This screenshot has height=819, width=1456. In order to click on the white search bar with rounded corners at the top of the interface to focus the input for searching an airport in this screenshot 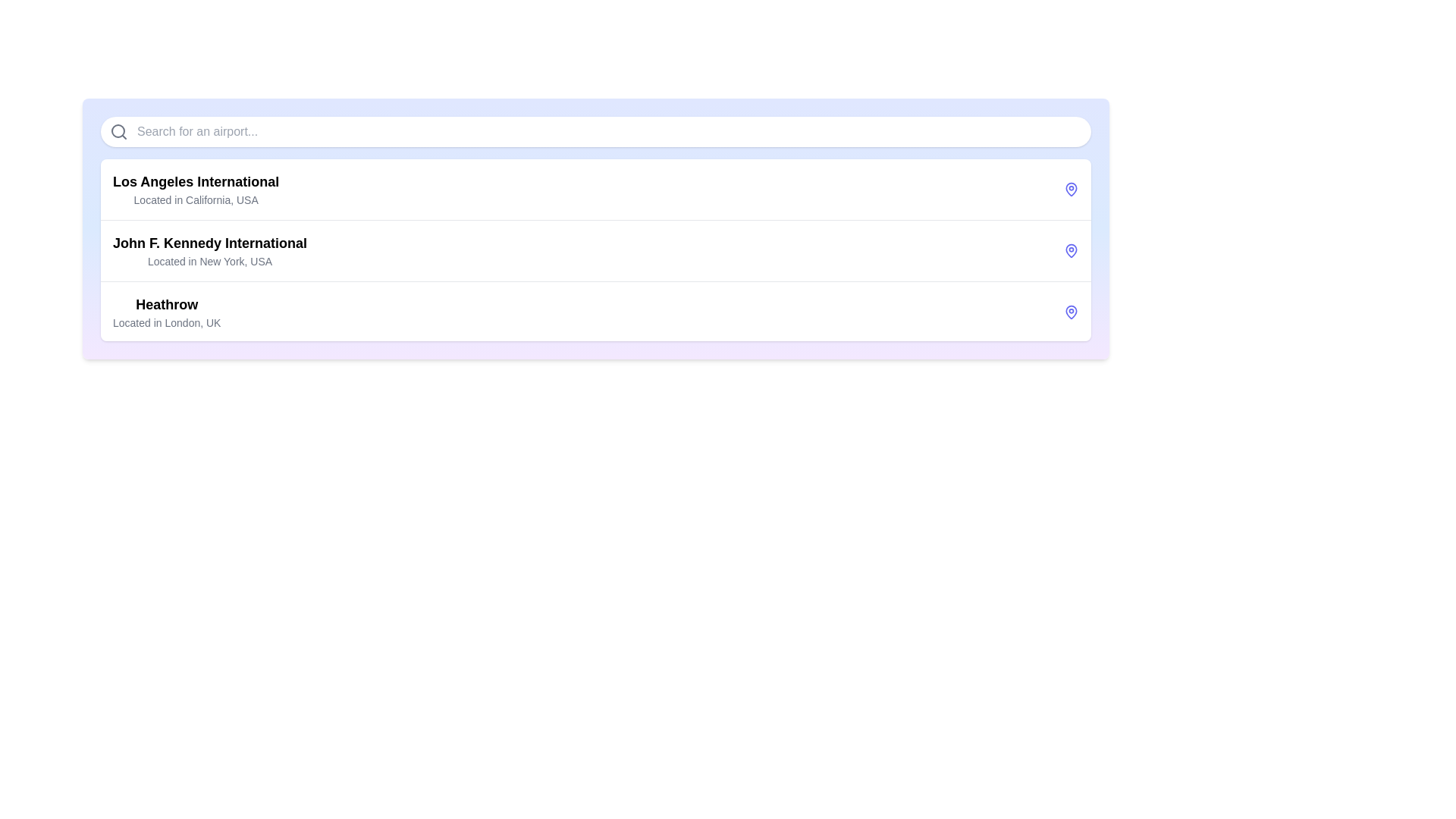, I will do `click(595, 130)`.